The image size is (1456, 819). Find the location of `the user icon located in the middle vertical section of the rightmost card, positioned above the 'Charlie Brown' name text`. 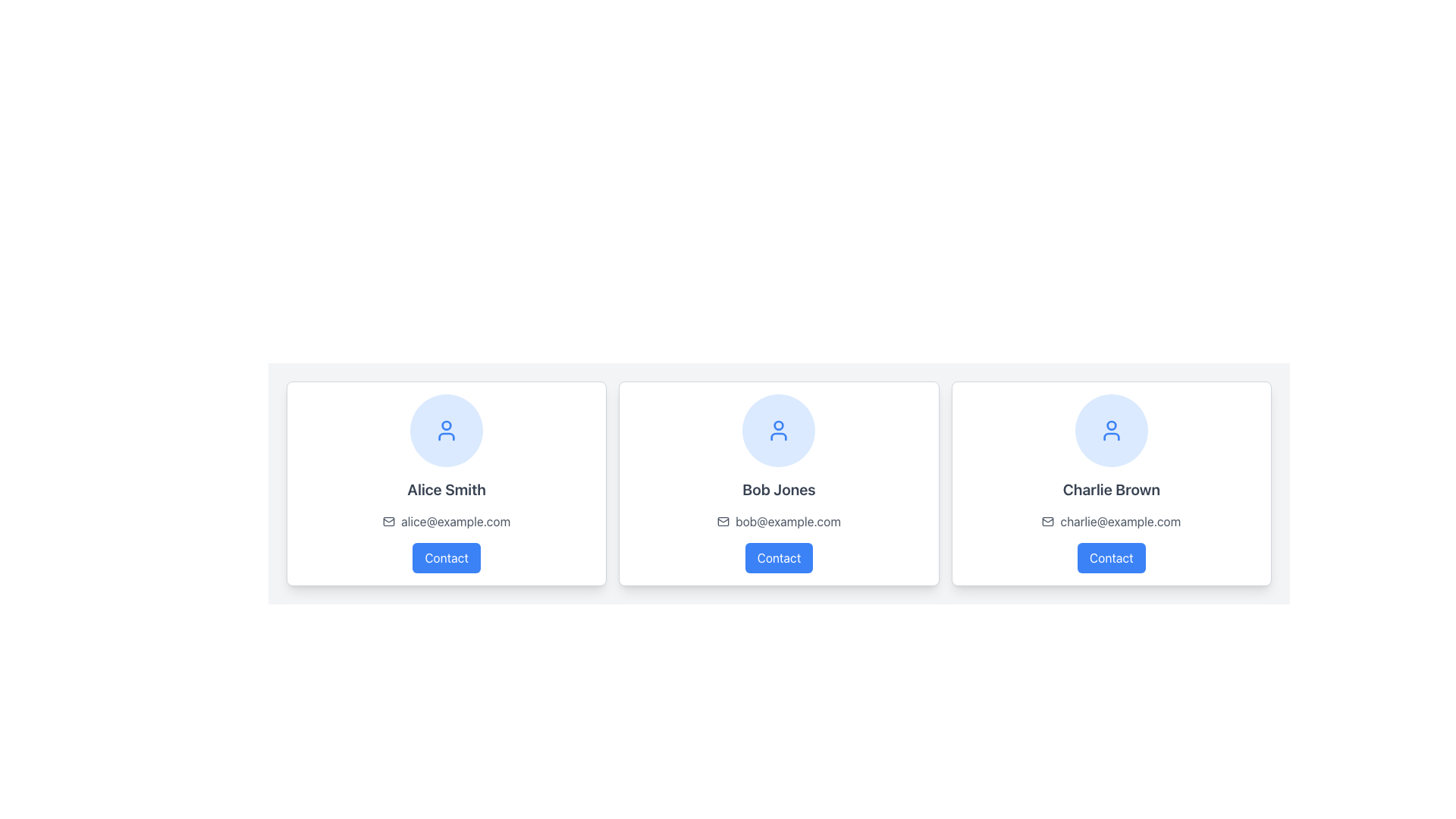

the user icon located in the middle vertical section of the rightmost card, positioned above the 'Charlie Brown' name text is located at coordinates (1111, 430).